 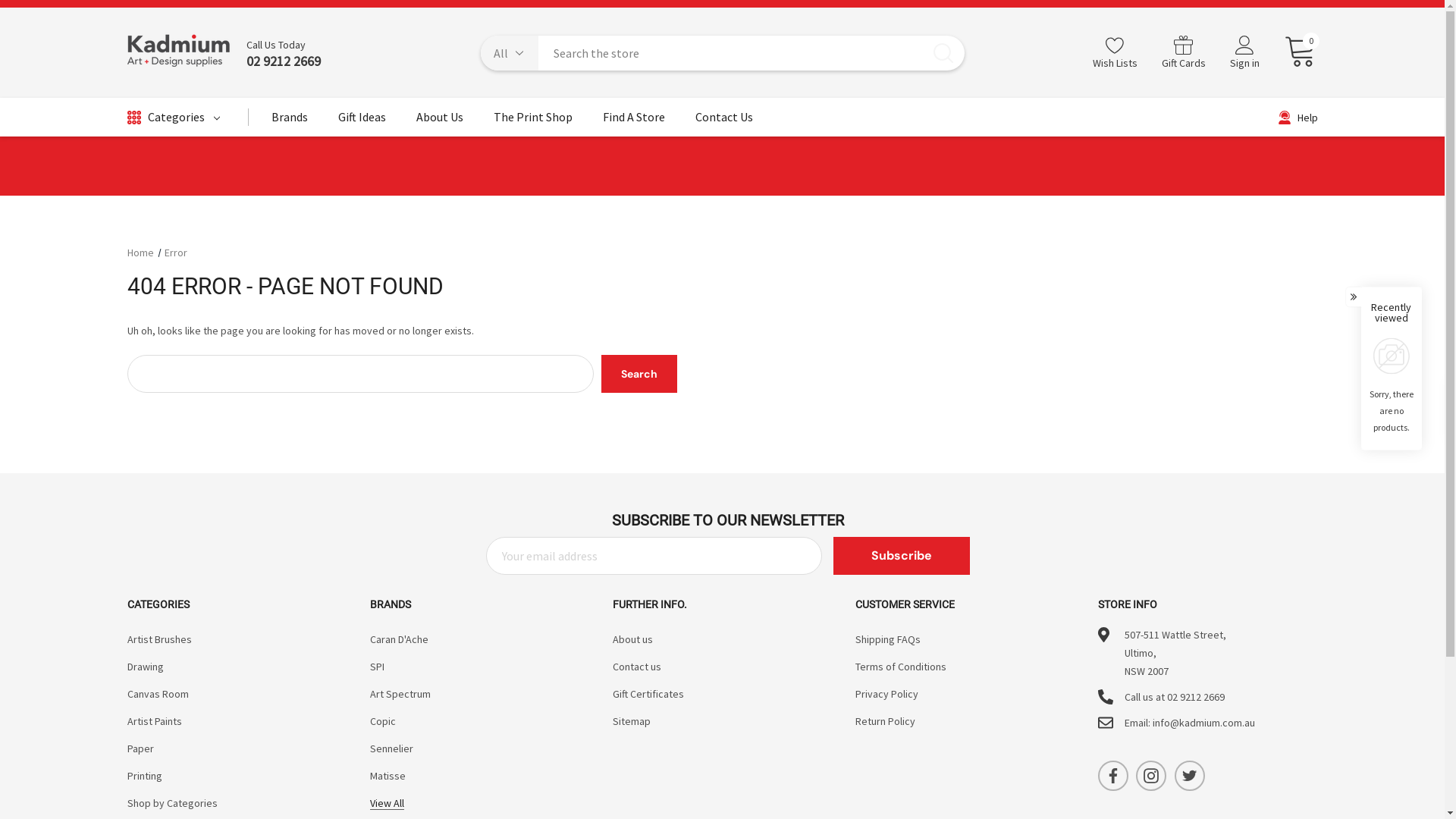 What do you see at coordinates (1150, 775) in the screenshot?
I see `'Open Instagram in a new tab'` at bounding box center [1150, 775].